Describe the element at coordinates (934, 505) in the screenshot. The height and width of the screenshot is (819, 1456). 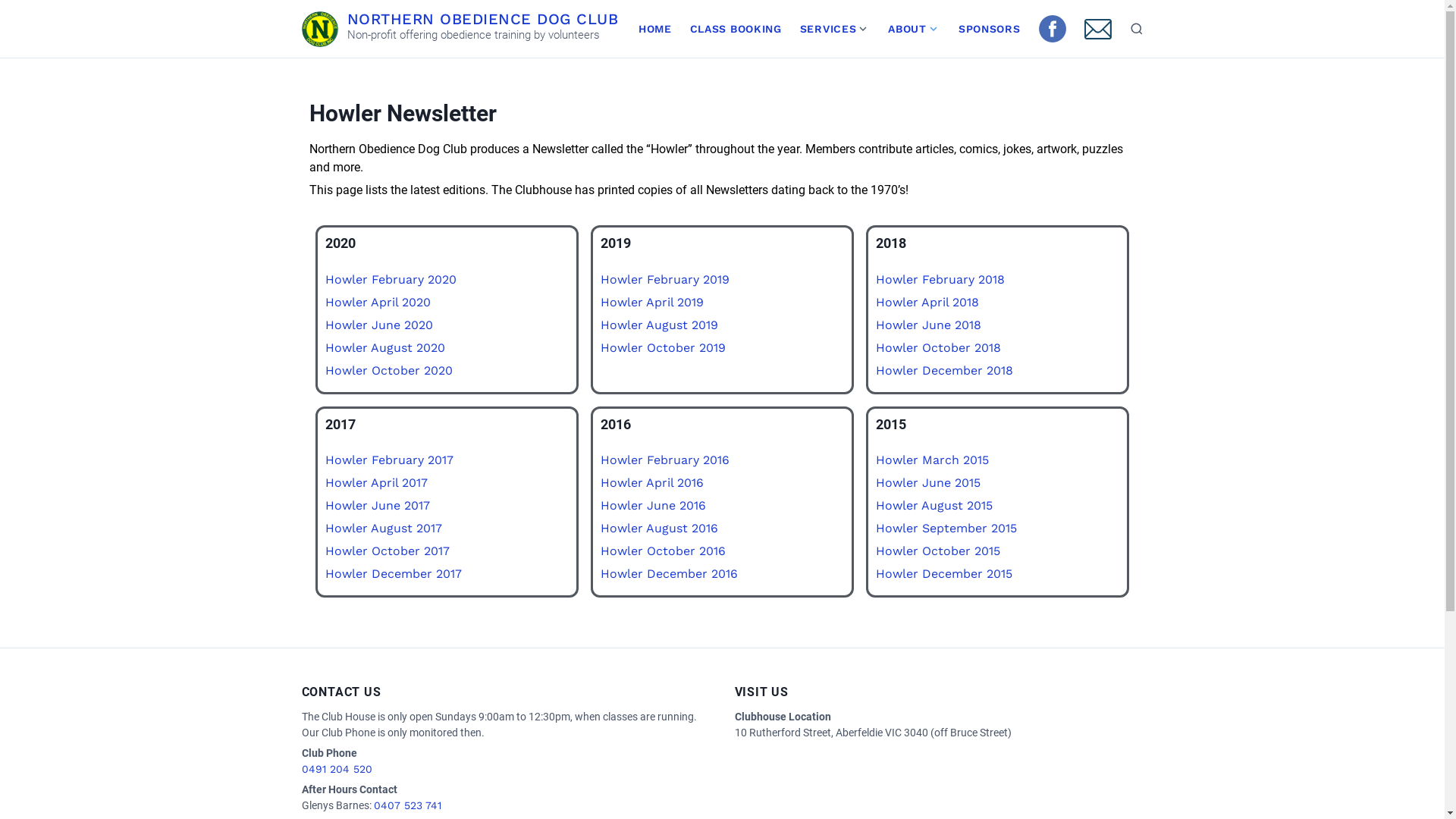
I see `'Howler August 2015'` at that location.